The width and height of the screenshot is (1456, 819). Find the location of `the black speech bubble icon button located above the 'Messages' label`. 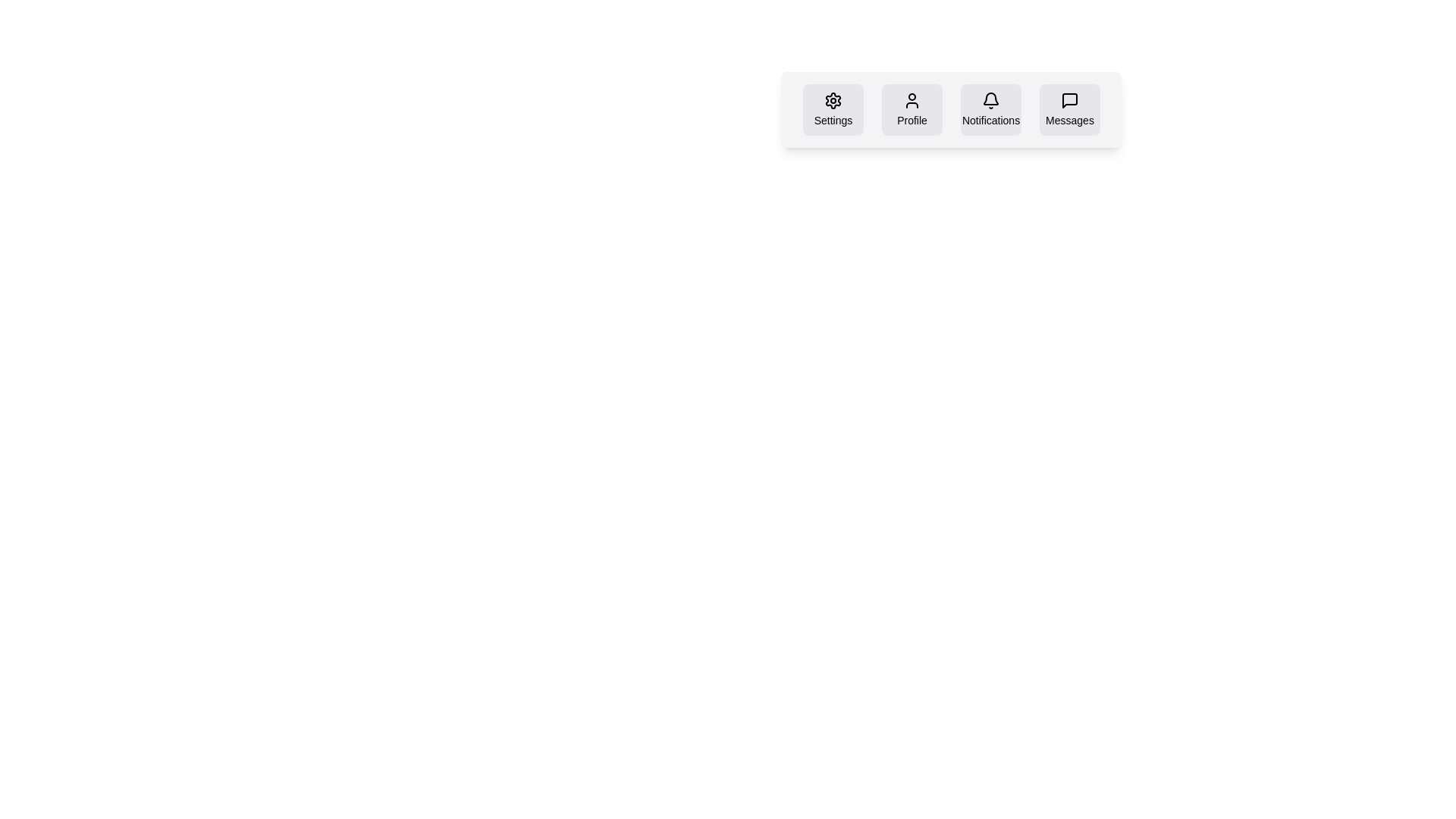

the black speech bubble icon button located above the 'Messages' label is located at coordinates (1069, 100).